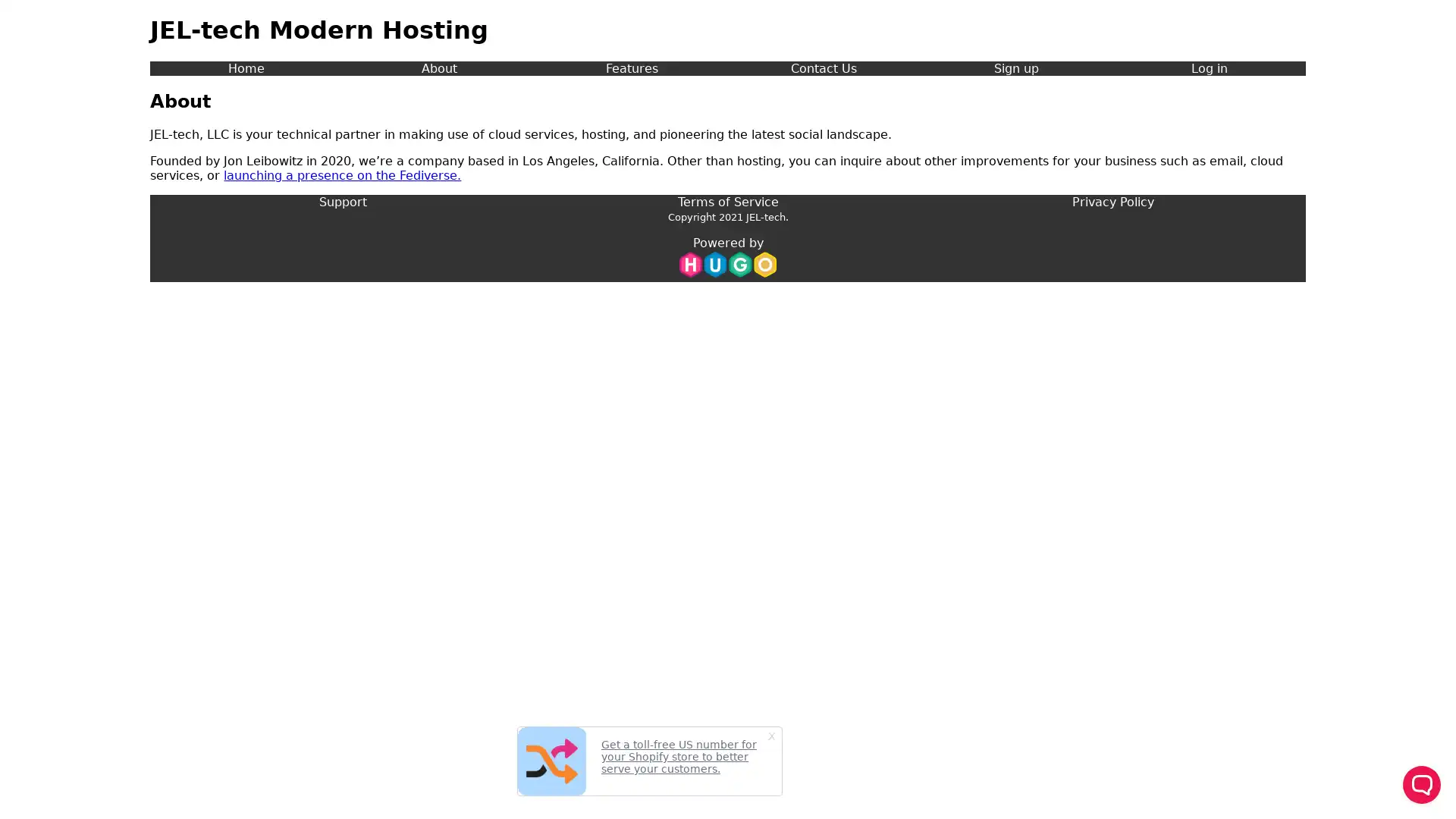 This screenshot has width=1456, height=819. What do you see at coordinates (1421, 784) in the screenshot?
I see `Open chat widget` at bounding box center [1421, 784].